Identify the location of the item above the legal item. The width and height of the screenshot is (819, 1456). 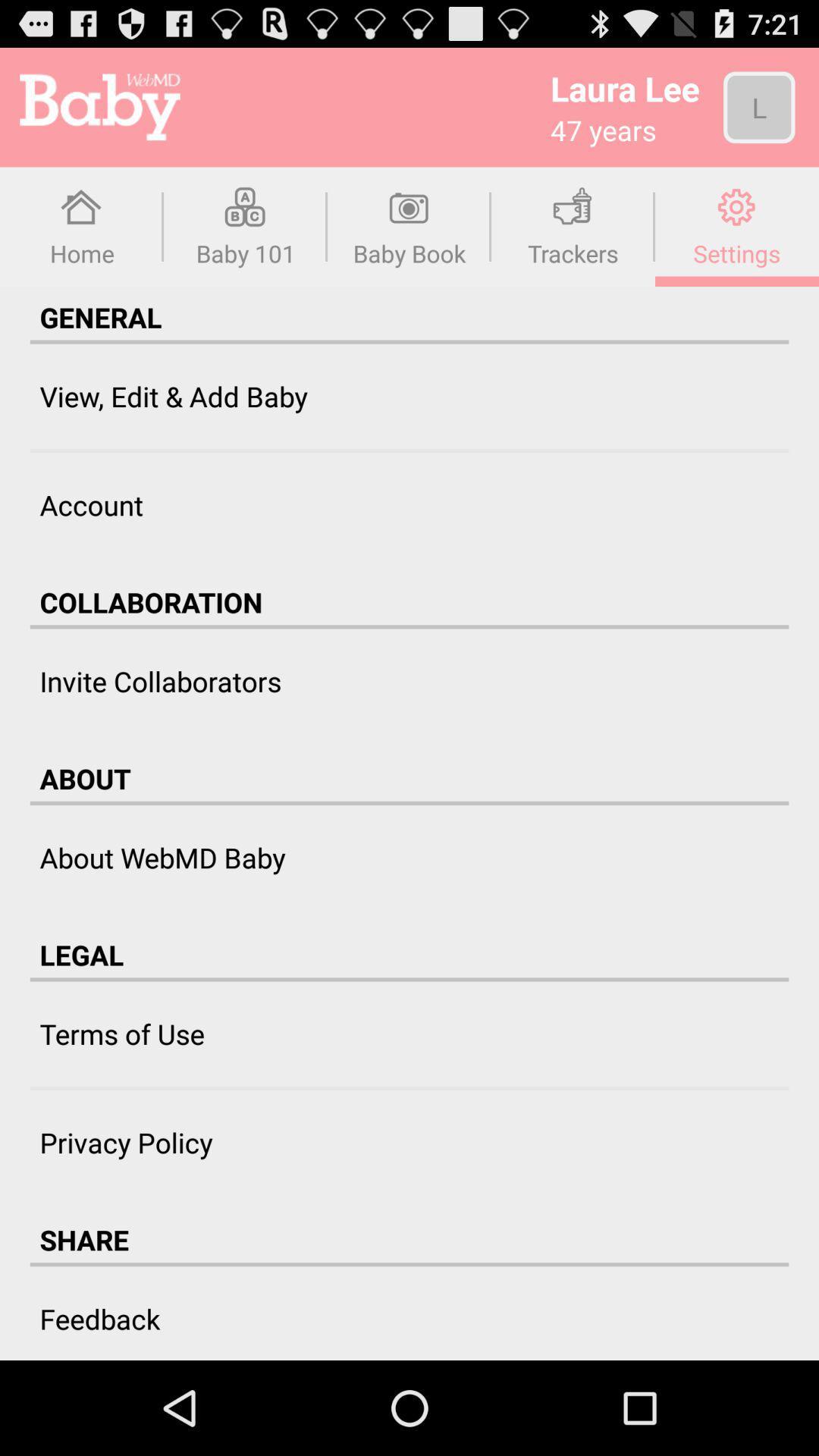
(162, 858).